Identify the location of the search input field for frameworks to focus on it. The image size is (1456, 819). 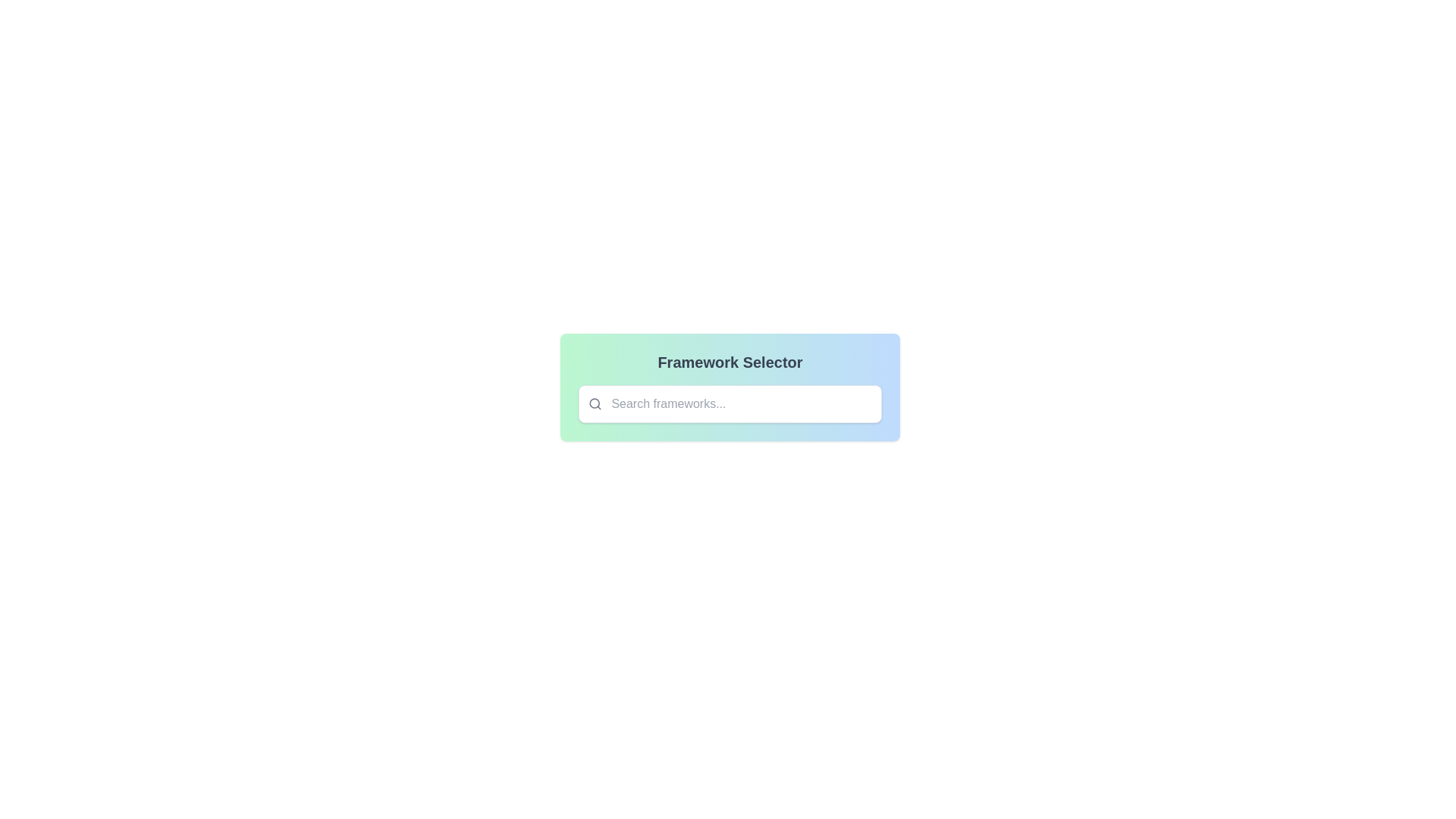
(730, 403).